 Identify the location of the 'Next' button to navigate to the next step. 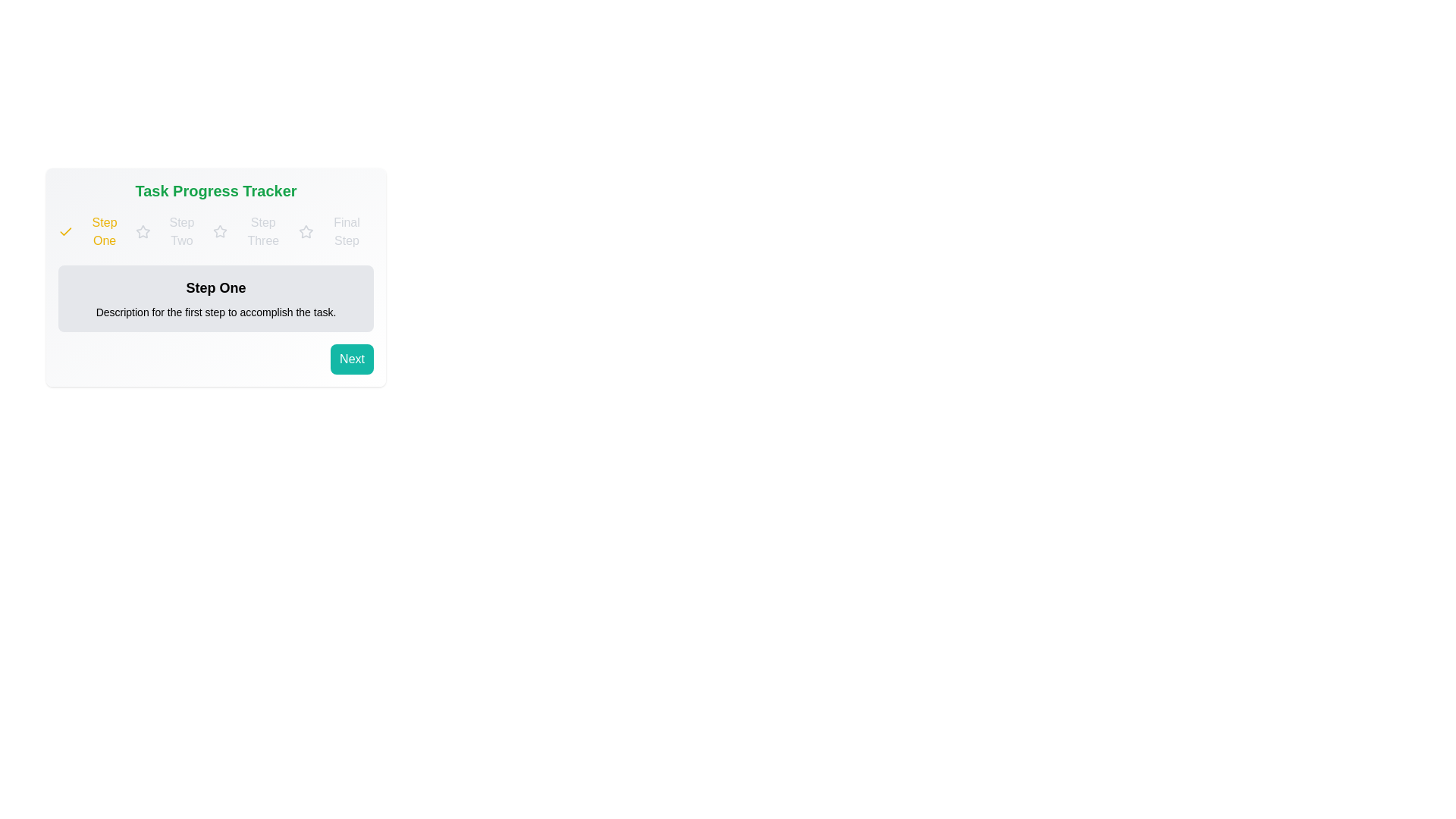
(351, 359).